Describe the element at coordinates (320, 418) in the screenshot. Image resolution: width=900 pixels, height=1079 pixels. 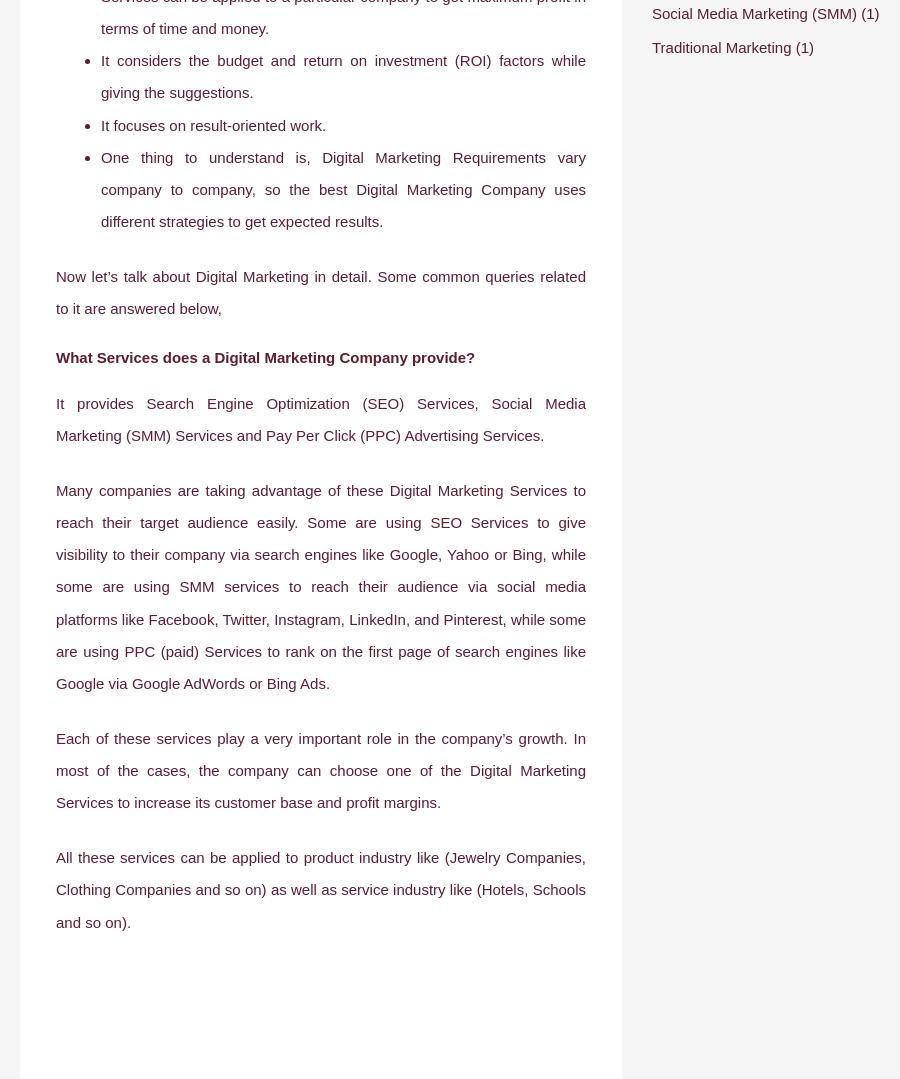
I see `'It provides Search Engine Optimization (SEO) Services, Social Media Marketing (SMM) Services and Pay Per Click (PPC) Advertising Services.'` at that location.